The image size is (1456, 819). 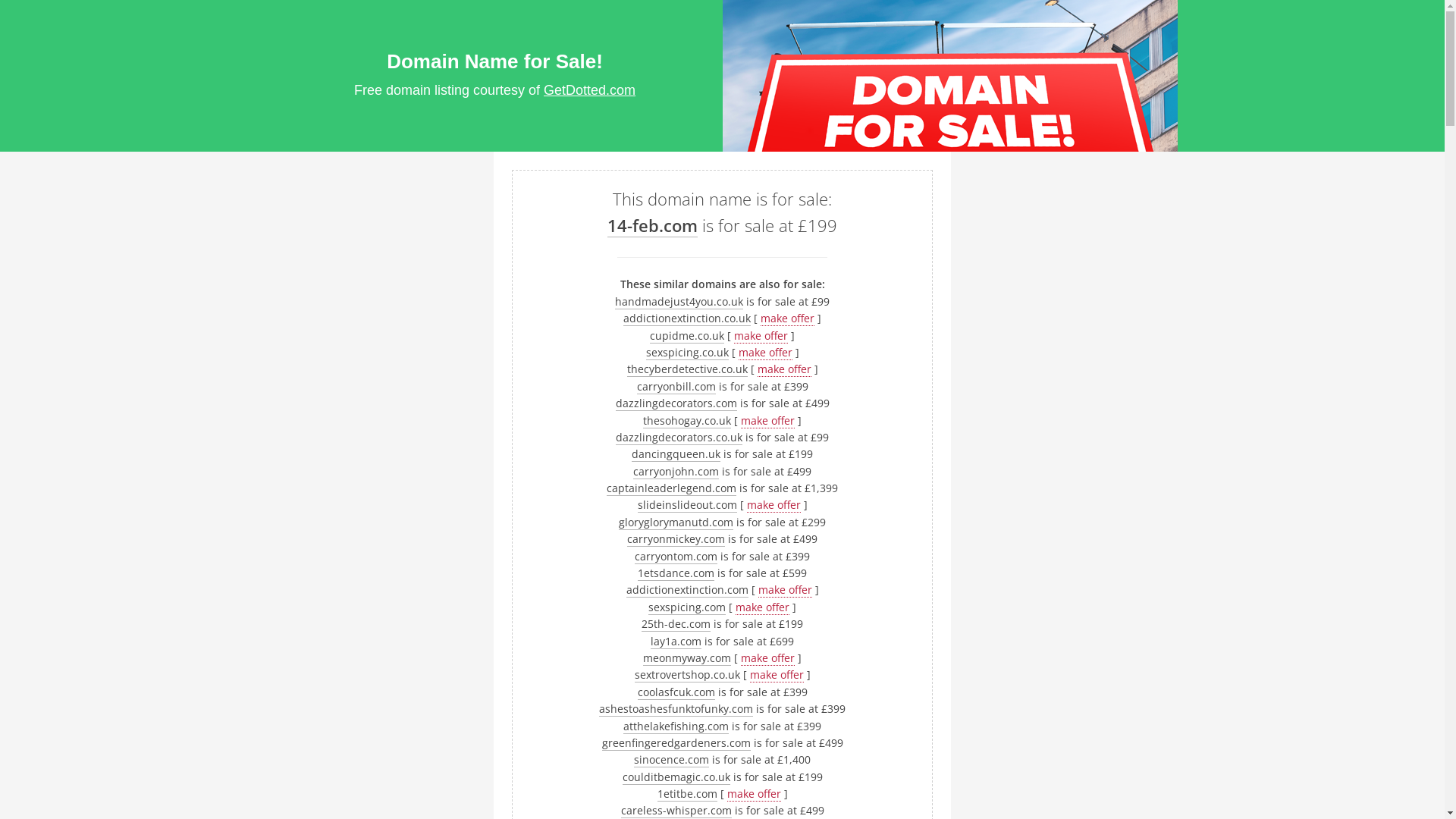 What do you see at coordinates (686, 607) in the screenshot?
I see `'sexspicing.com'` at bounding box center [686, 607].